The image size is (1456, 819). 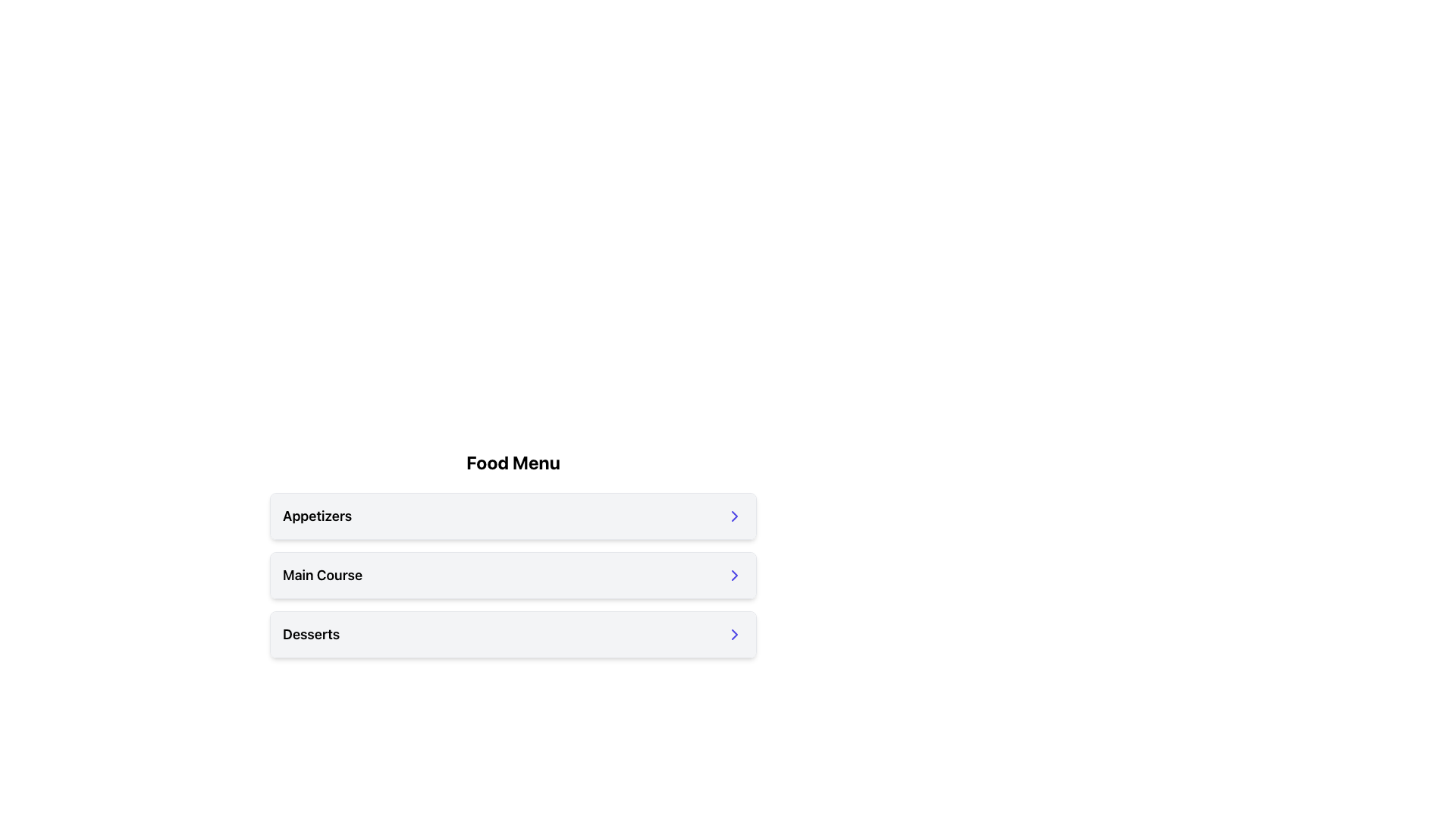 I want to click on the 'Main Course' section in the food menu list, so click(x=513, y=576).